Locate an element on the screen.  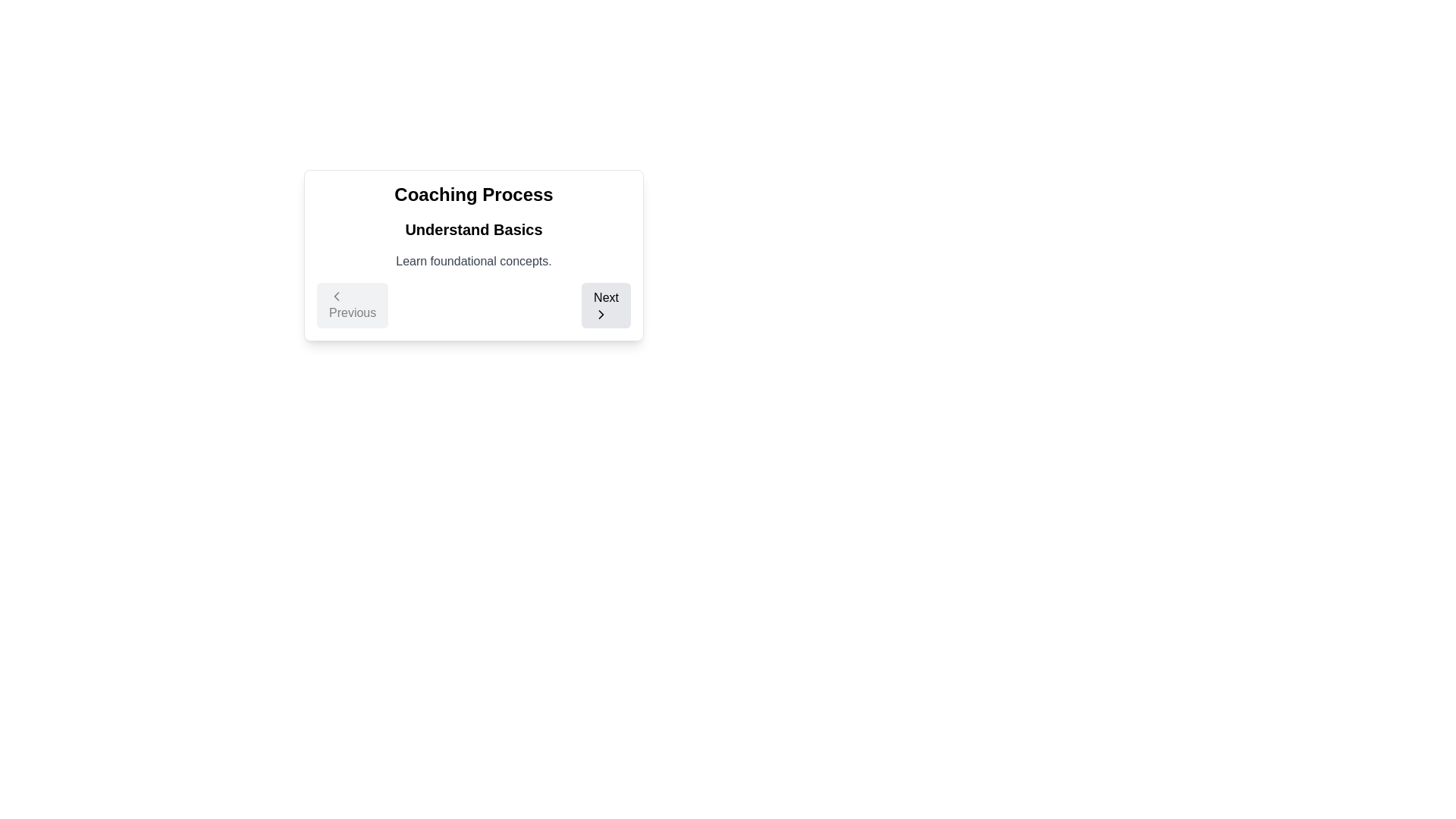
the navigation button located on the far left of the horizontal layout is located at coordinates (352, 305).